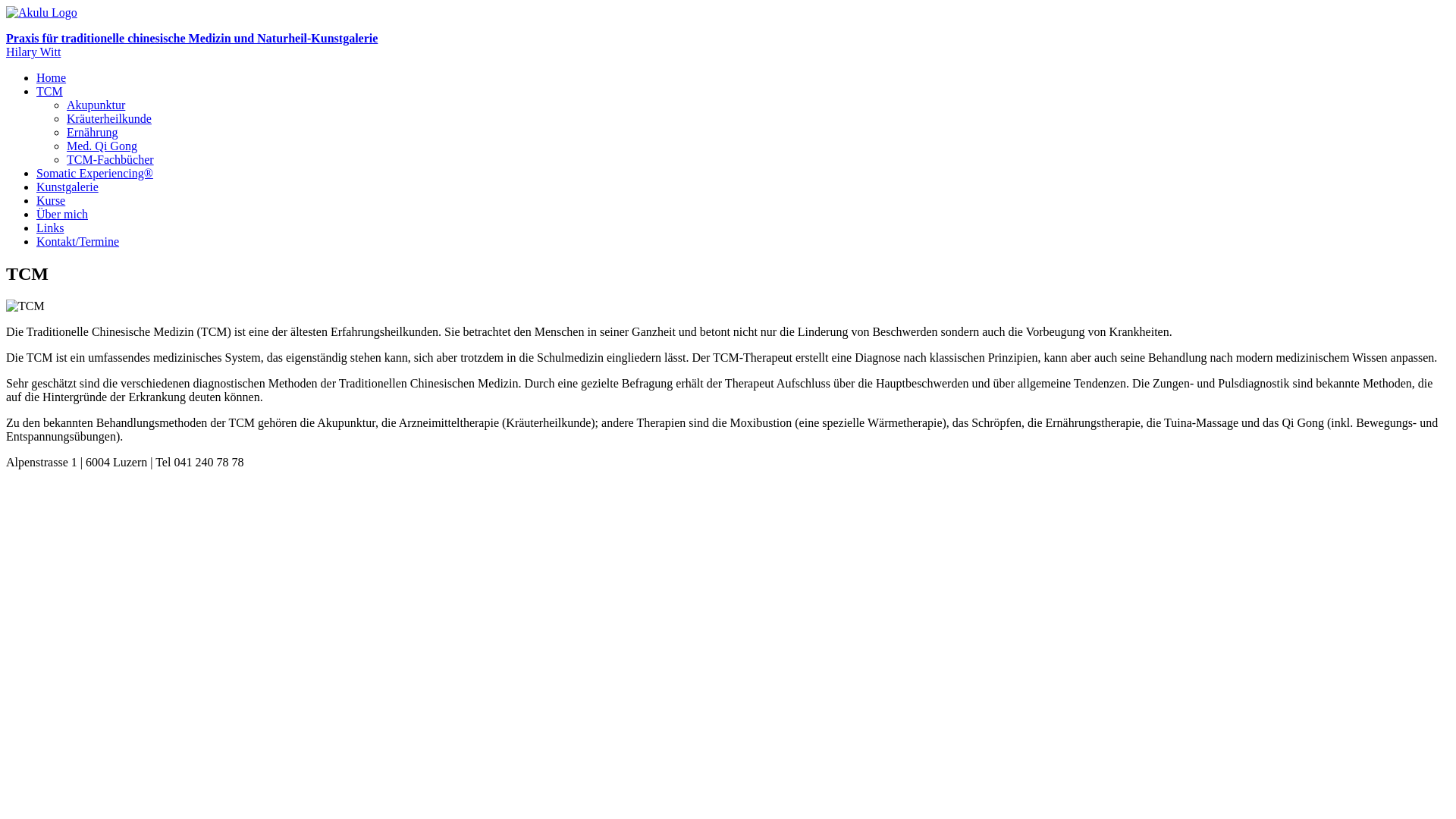  Describe the element at coordinates (51, 199) in the screenshot. I see `'Kurse'` at that location.